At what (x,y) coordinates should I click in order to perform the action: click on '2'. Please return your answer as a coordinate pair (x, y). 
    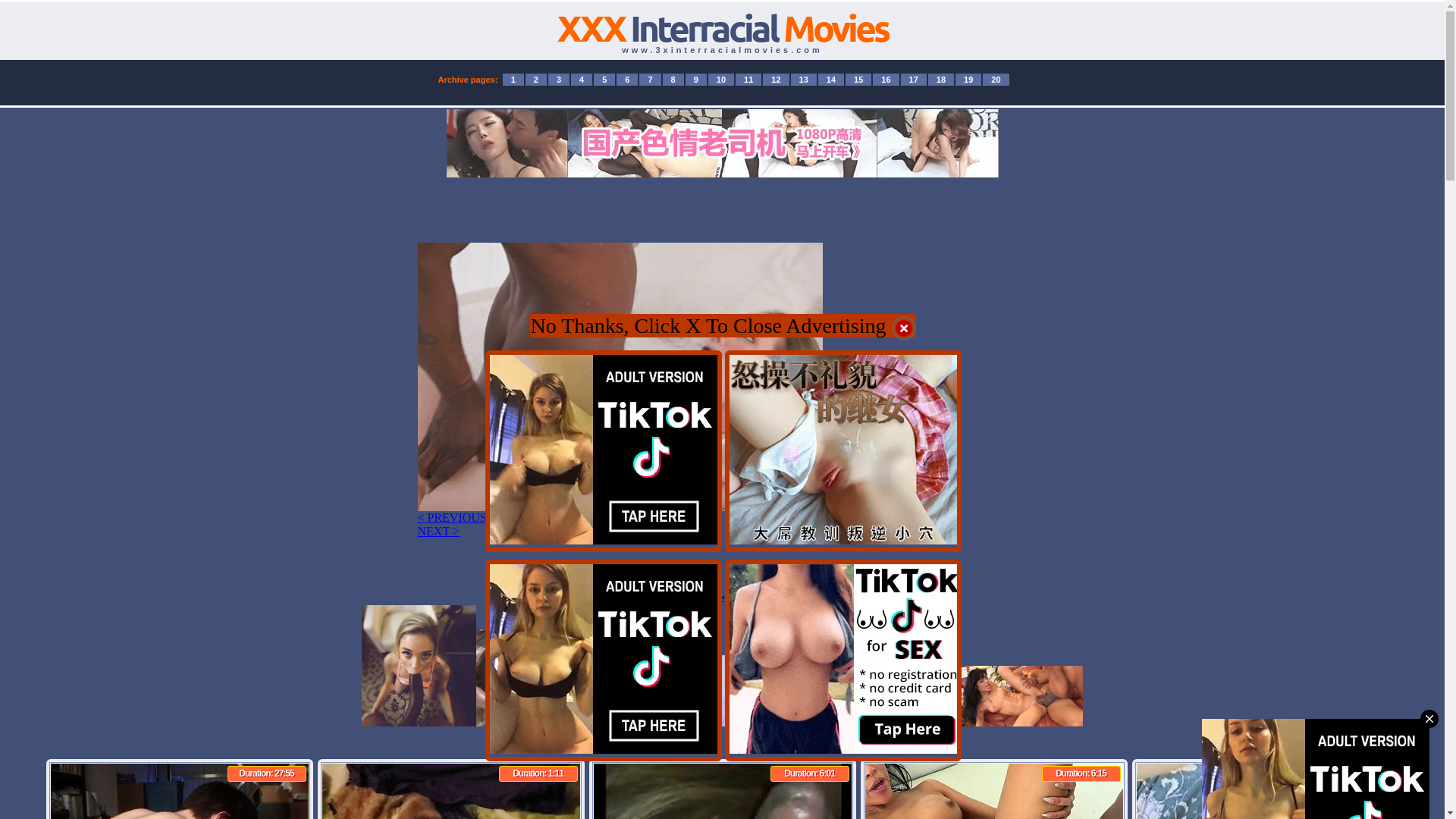
    Looking at the image, I should click on (535, 79).